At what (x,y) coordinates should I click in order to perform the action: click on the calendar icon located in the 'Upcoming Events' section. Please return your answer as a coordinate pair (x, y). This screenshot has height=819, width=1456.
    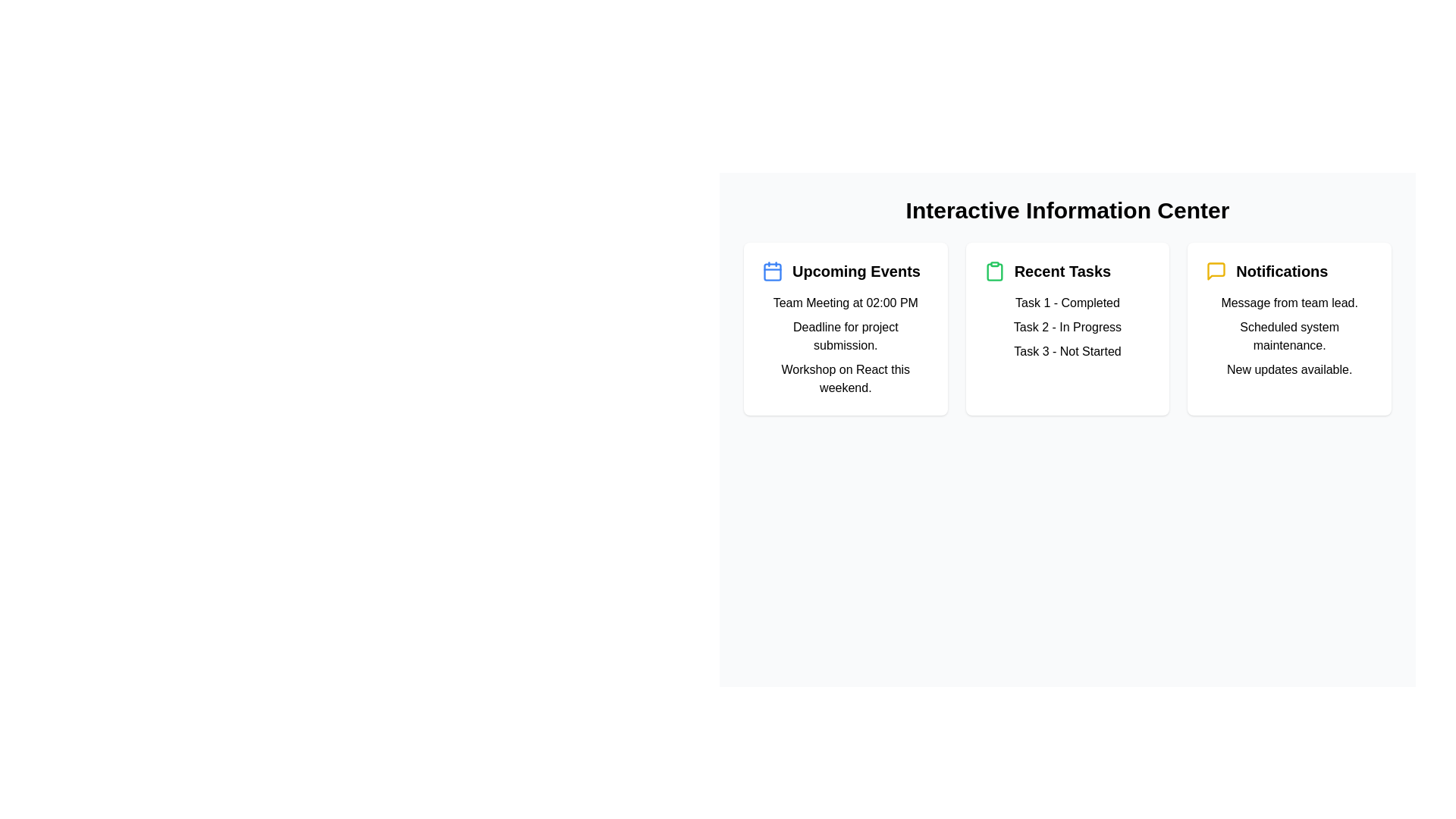
    Looking at the image, I should click on (772, 271).